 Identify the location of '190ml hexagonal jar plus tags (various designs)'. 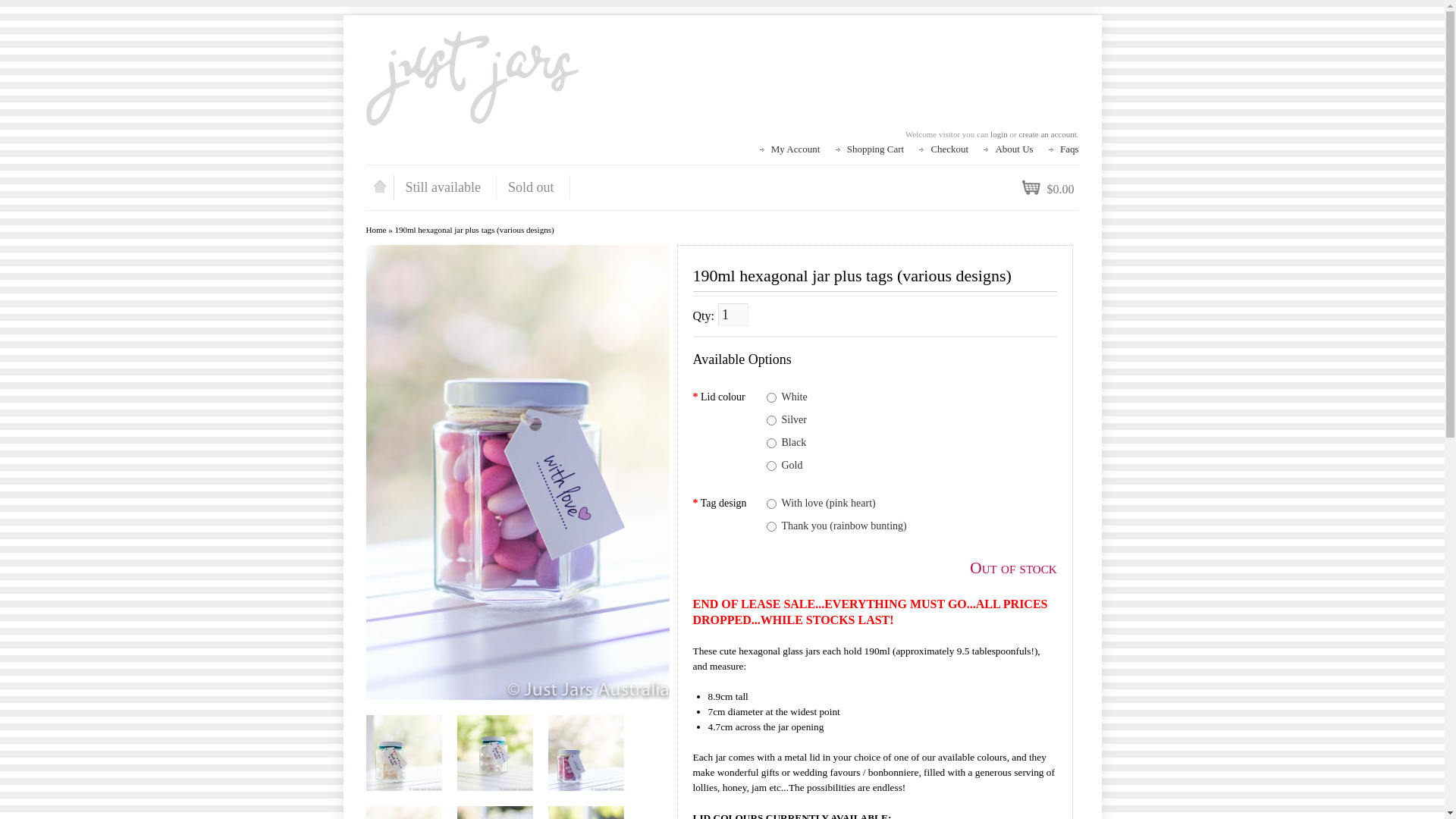
(403, 752).